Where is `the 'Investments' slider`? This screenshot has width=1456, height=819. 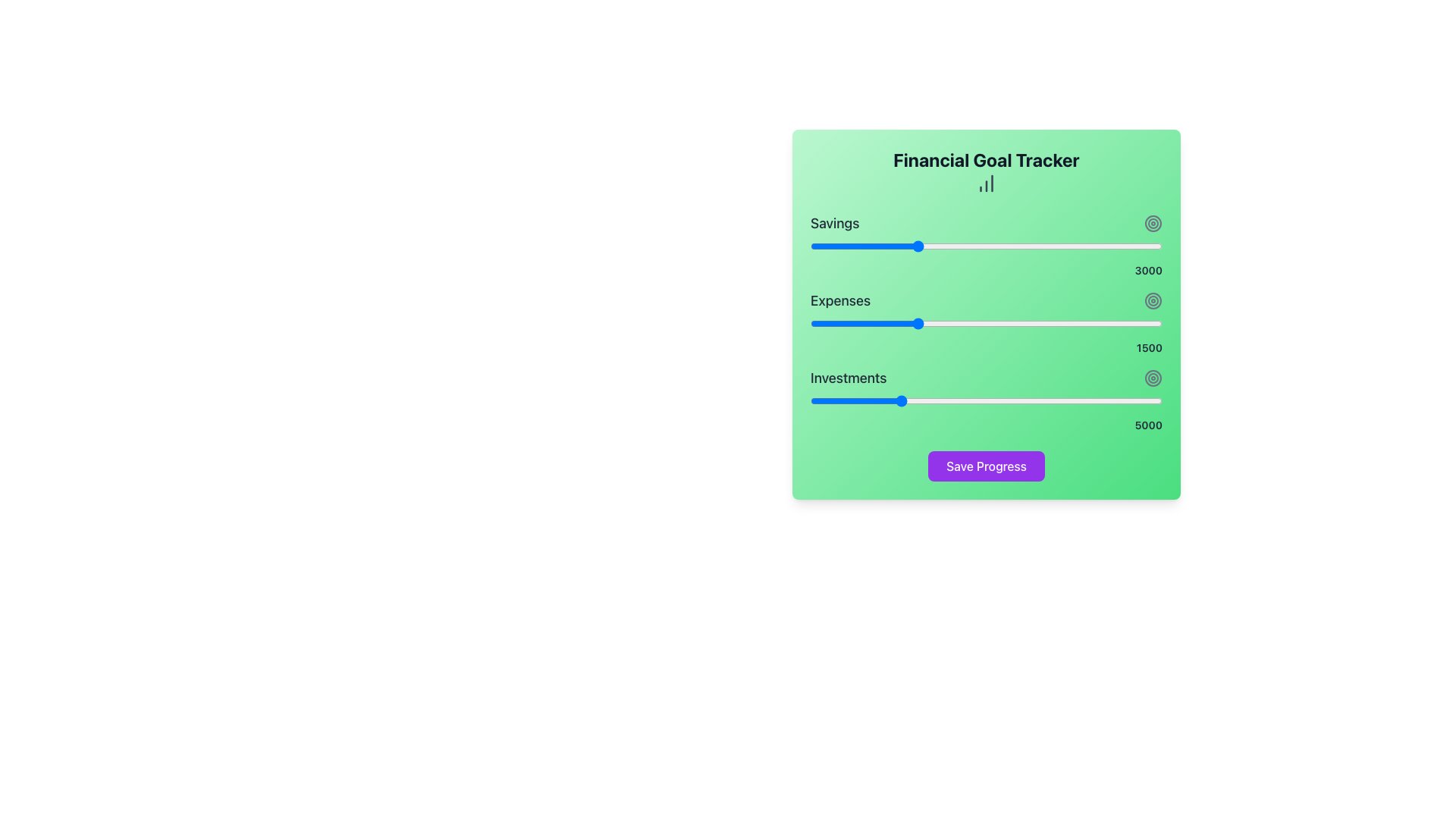
the 'Investments' slider is located at coordinates (1043, 400).